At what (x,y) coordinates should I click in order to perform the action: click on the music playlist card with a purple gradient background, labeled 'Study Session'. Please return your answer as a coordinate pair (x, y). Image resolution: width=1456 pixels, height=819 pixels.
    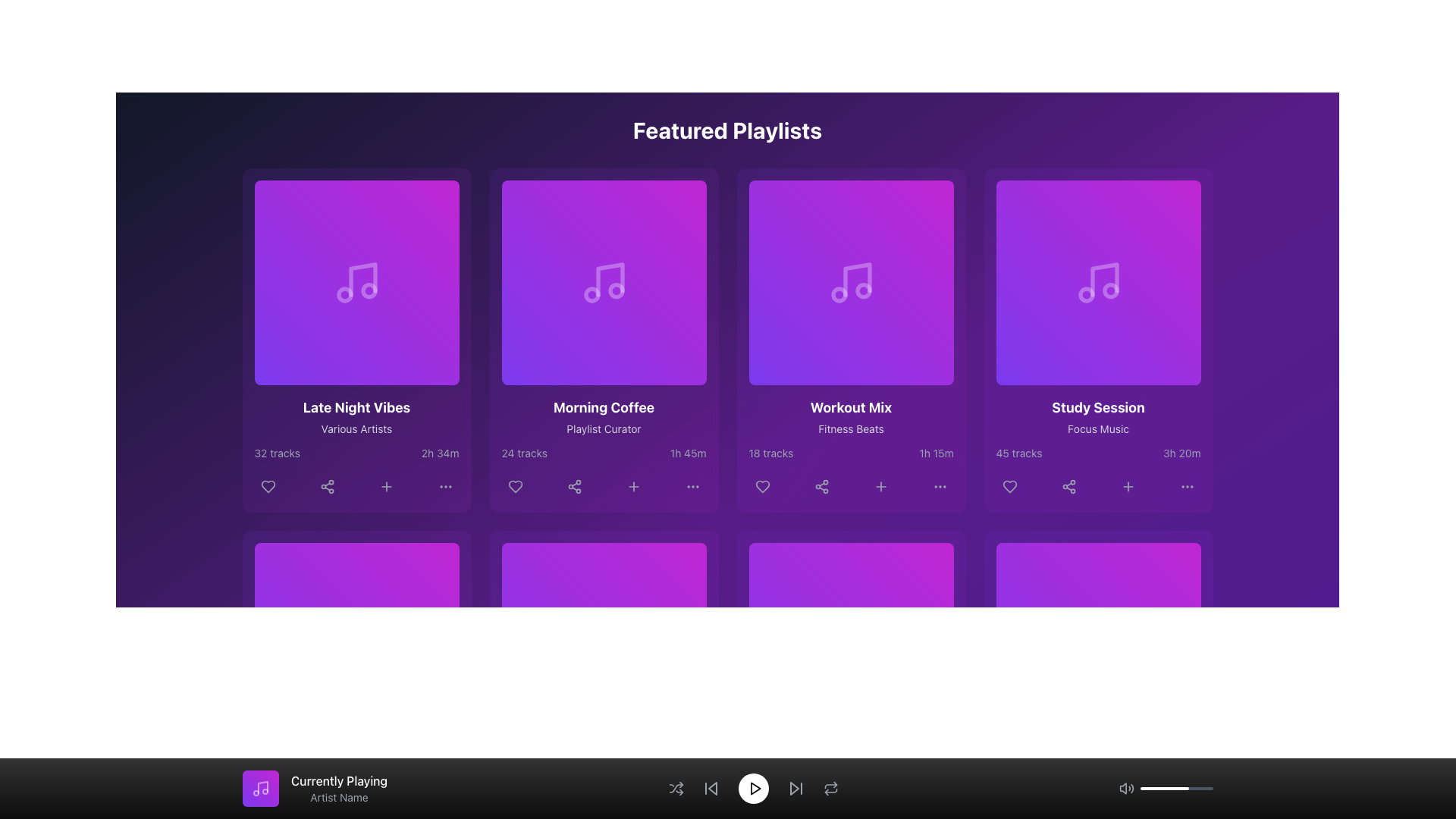
    Looking at the image, I should click on (1098, 339).